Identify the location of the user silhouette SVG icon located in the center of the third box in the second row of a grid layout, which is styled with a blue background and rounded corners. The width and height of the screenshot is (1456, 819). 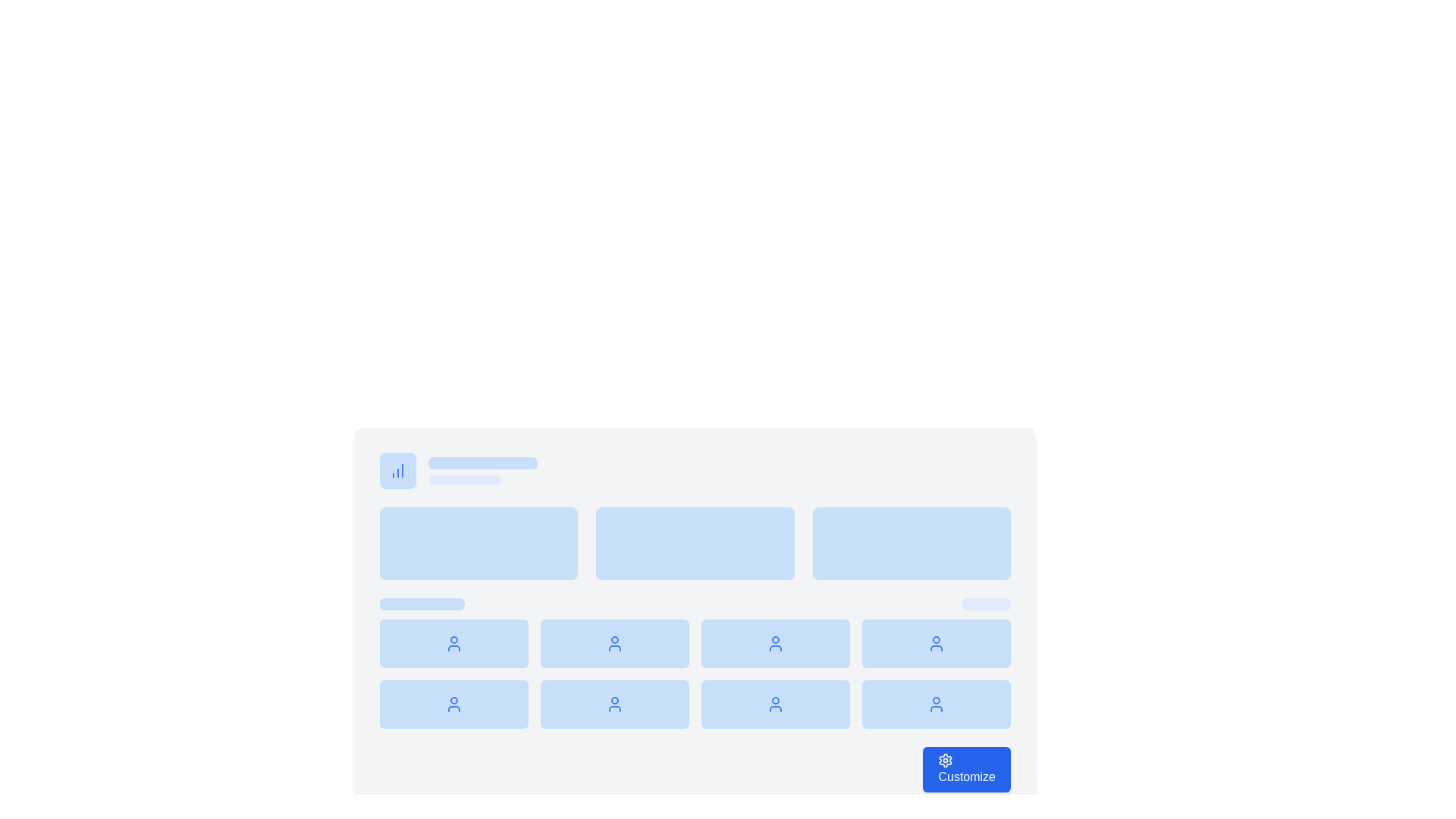
(775, 643).